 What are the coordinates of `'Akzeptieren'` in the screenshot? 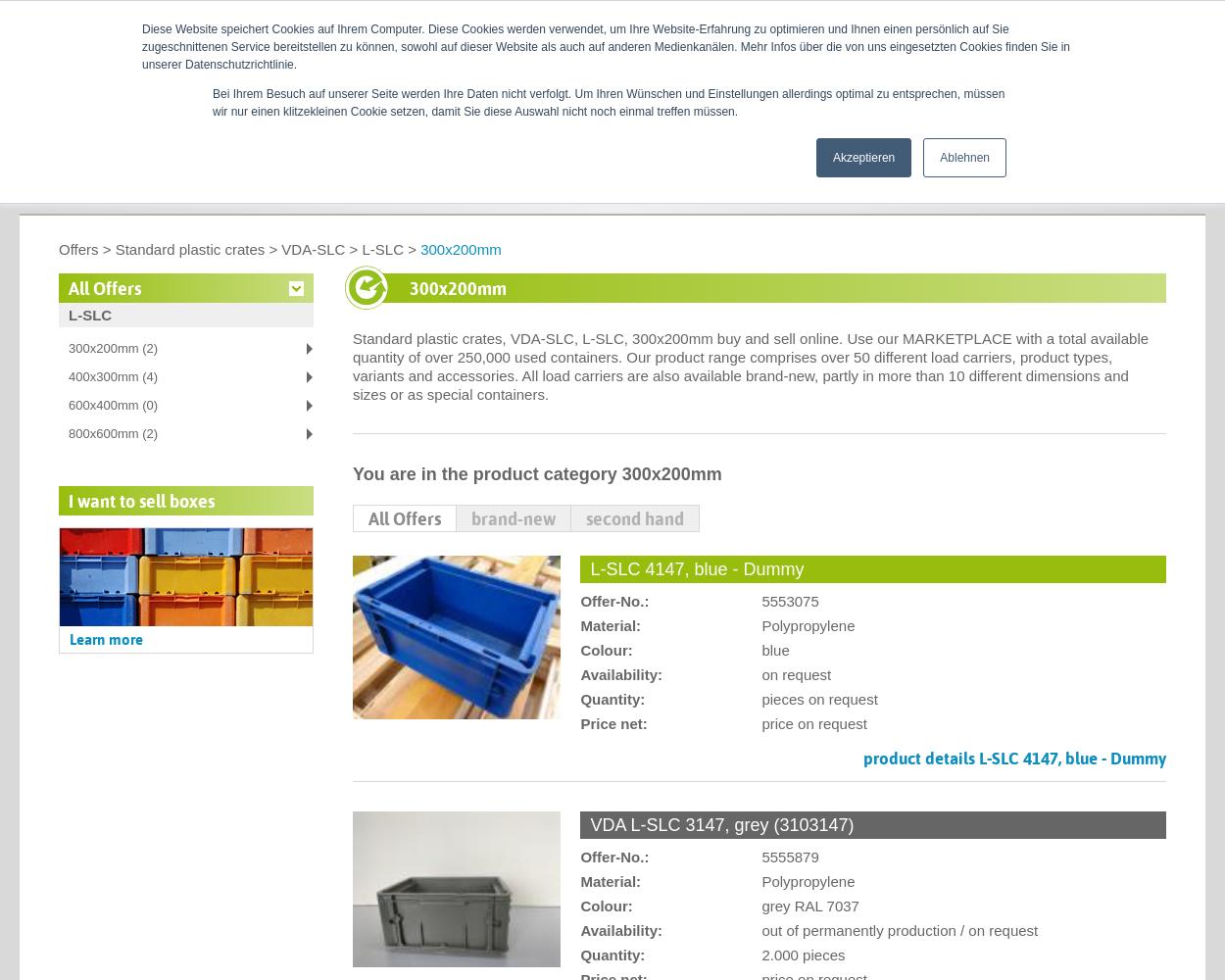 It's located at (831, 158).